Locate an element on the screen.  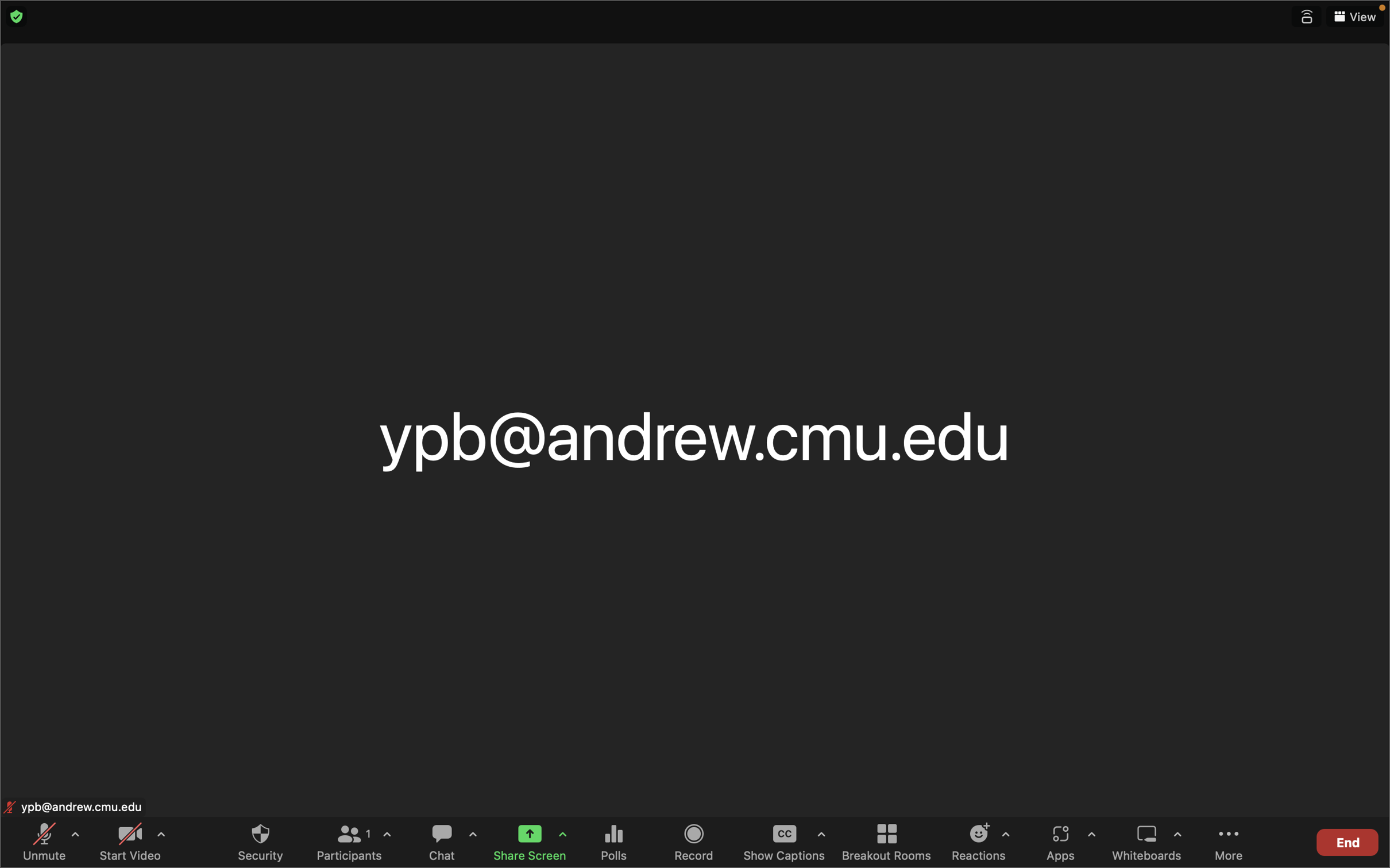
the video options is located at coordinates (160, 839).